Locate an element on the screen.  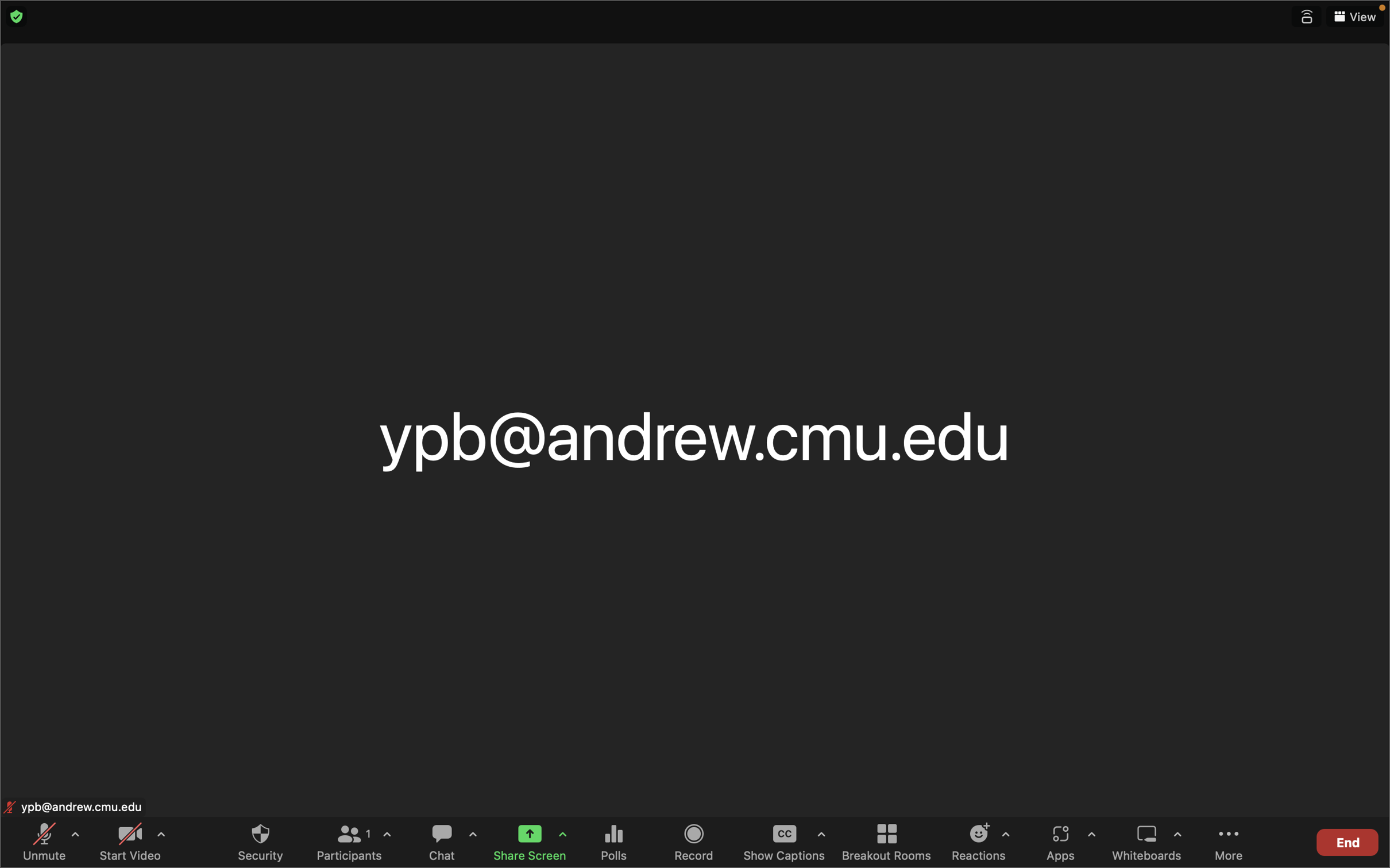
the video options is located at coordinates (160, 839).